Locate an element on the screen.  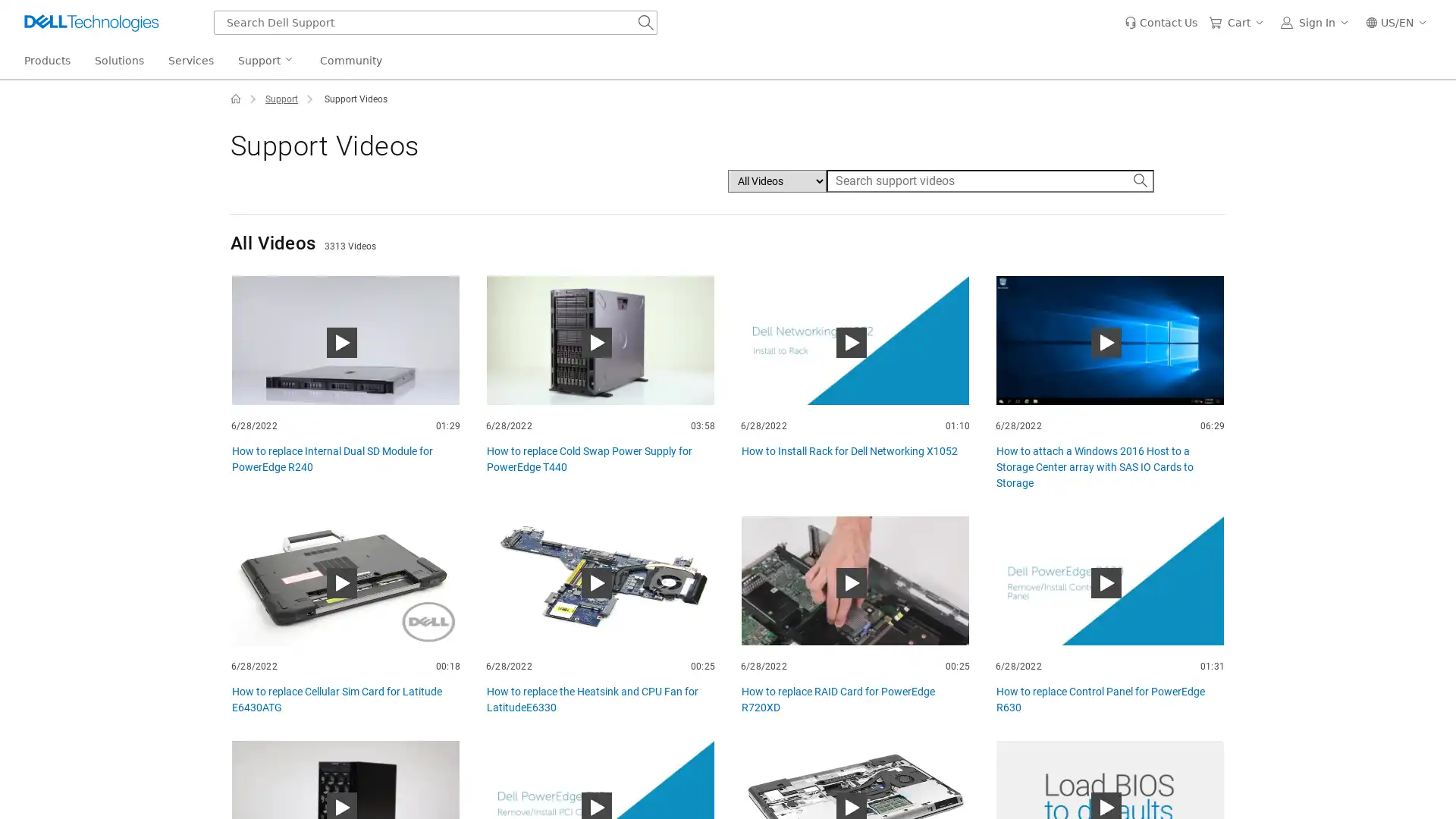
How to replace Control Panel for PowerEdge R630 is located at coordinates (1110, 699).